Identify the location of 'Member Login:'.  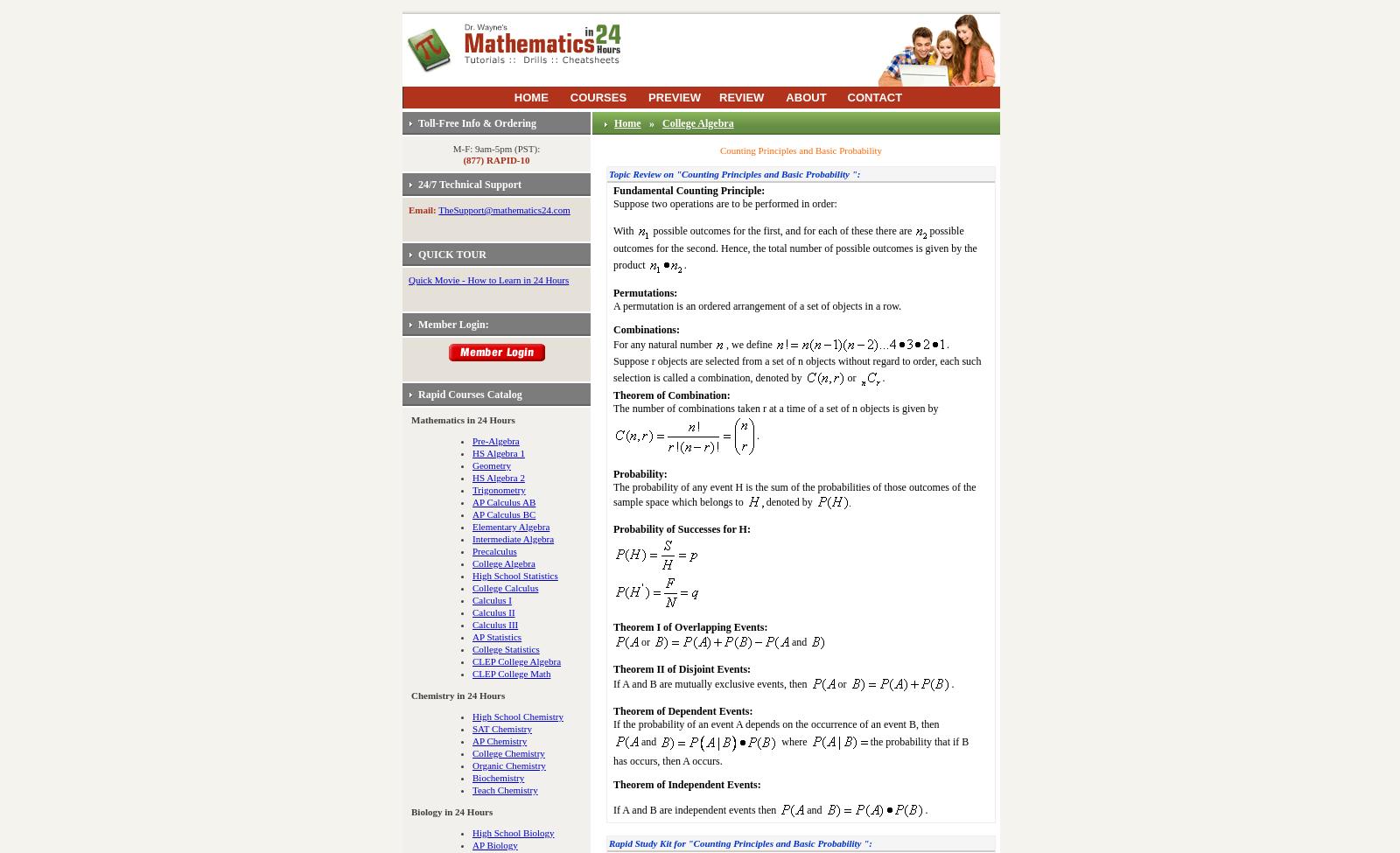
(451, 323).